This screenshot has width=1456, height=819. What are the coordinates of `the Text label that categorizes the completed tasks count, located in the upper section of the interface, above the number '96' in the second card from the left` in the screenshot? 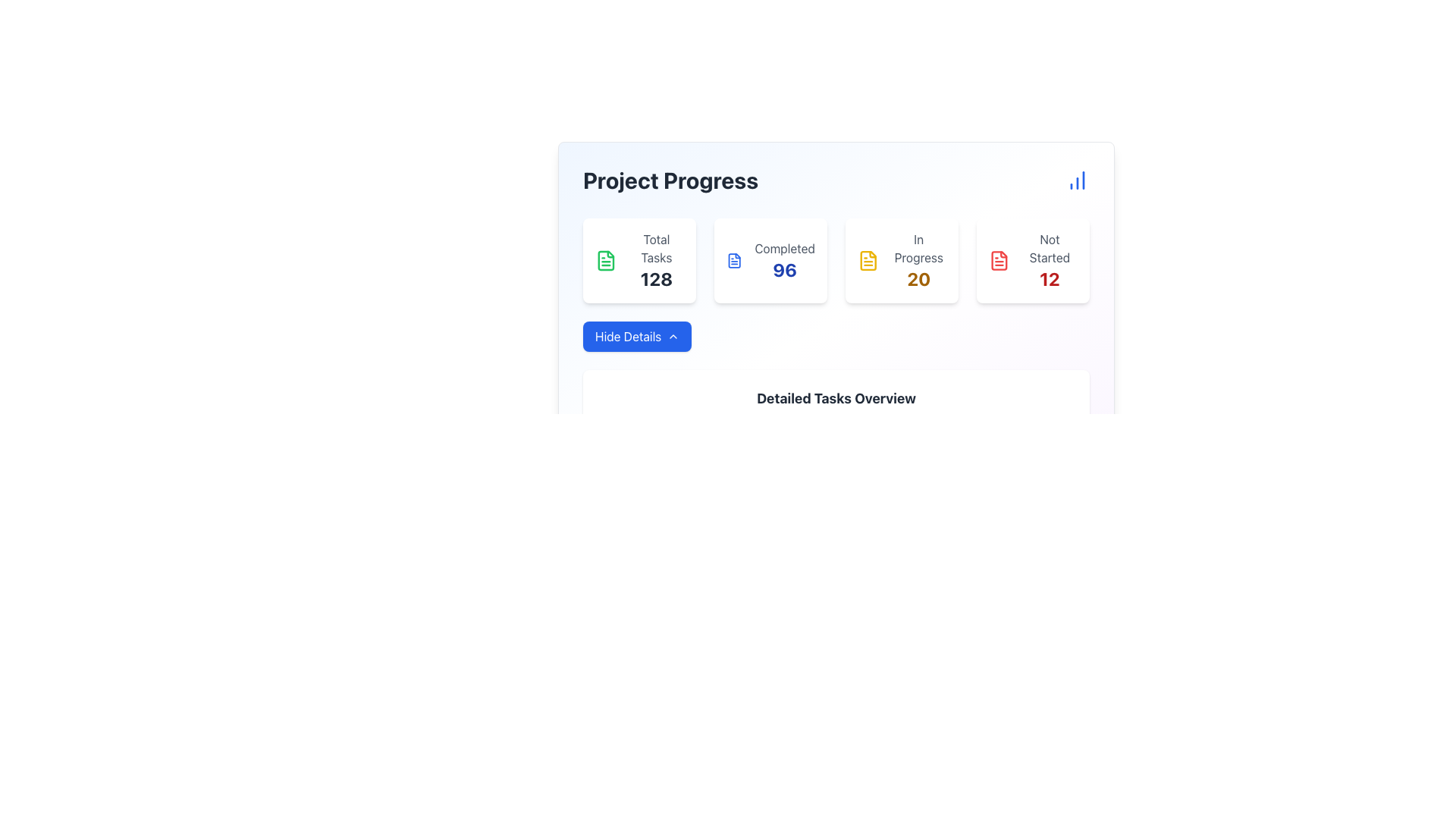 It's located at (785, 247).